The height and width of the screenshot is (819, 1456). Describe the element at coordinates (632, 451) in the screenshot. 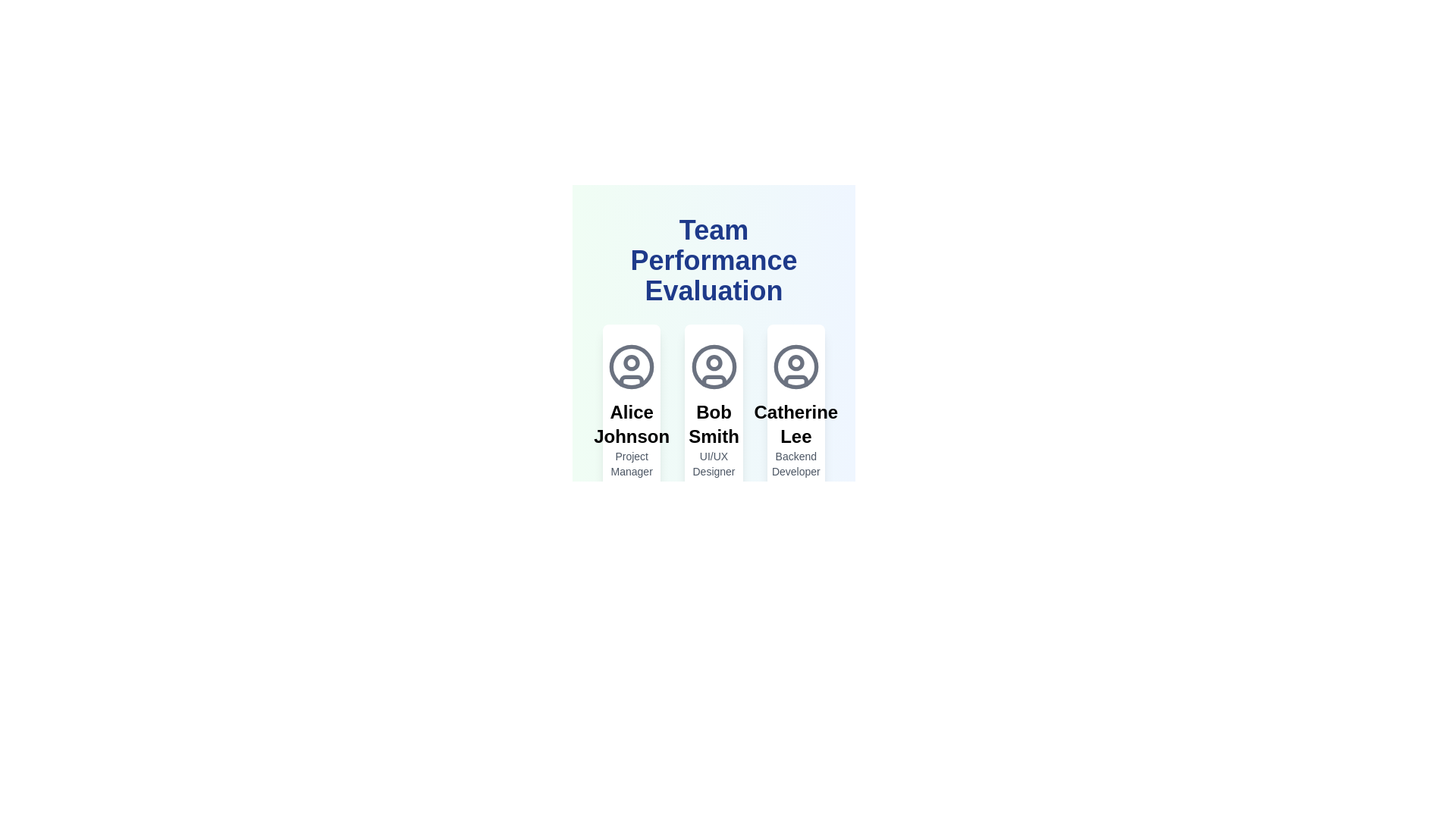

I see `the card of a team member to view their details` at that location.